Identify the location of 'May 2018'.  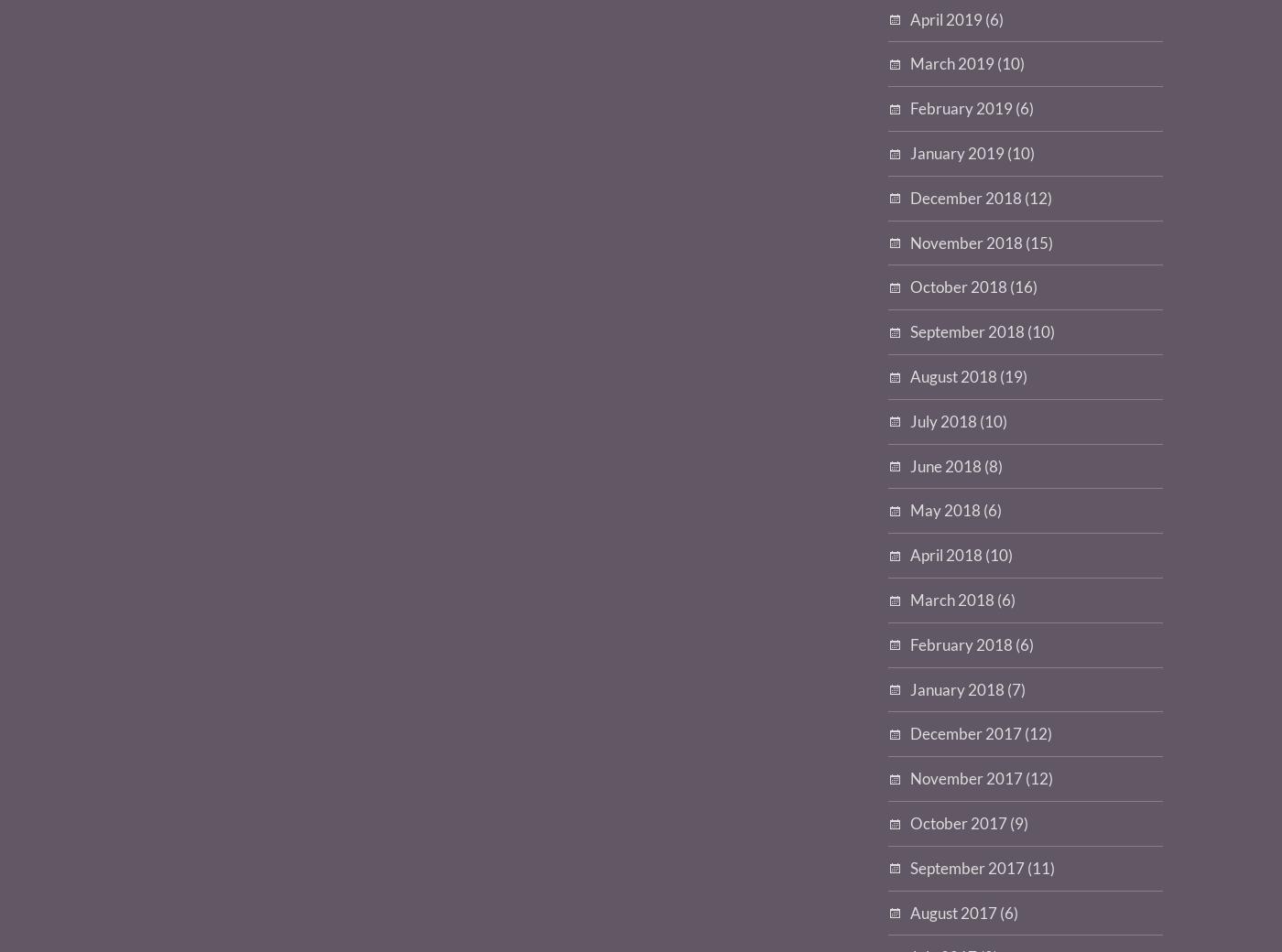
(910, 509).